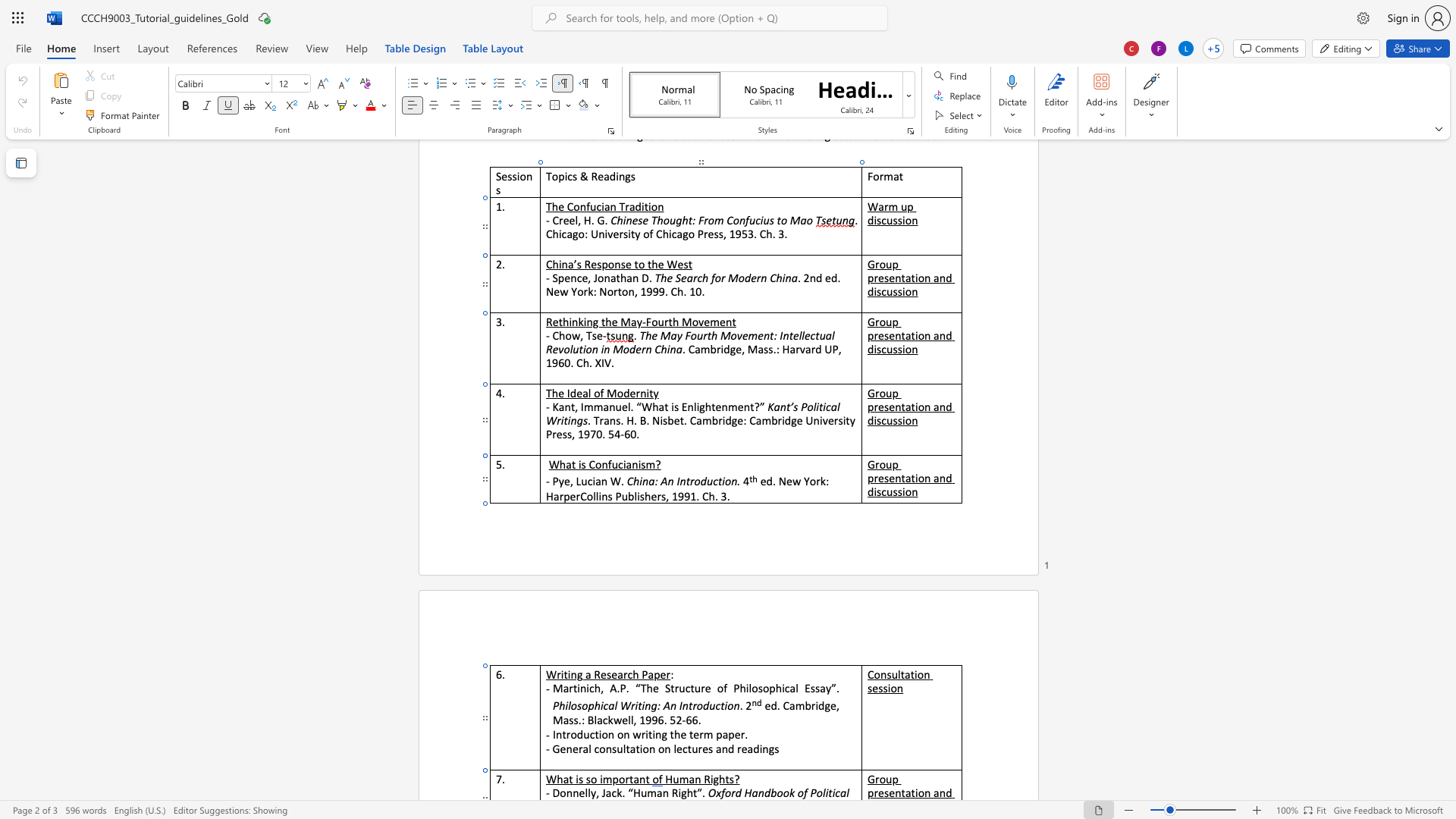 Image resolution: width=1456 pixels, height=819 pixels. What do you see at coordinates (686, 719) in the screenshot?
I see `the space between the continuous character "-" and "6" in the text` at bounding box center [686, 719].